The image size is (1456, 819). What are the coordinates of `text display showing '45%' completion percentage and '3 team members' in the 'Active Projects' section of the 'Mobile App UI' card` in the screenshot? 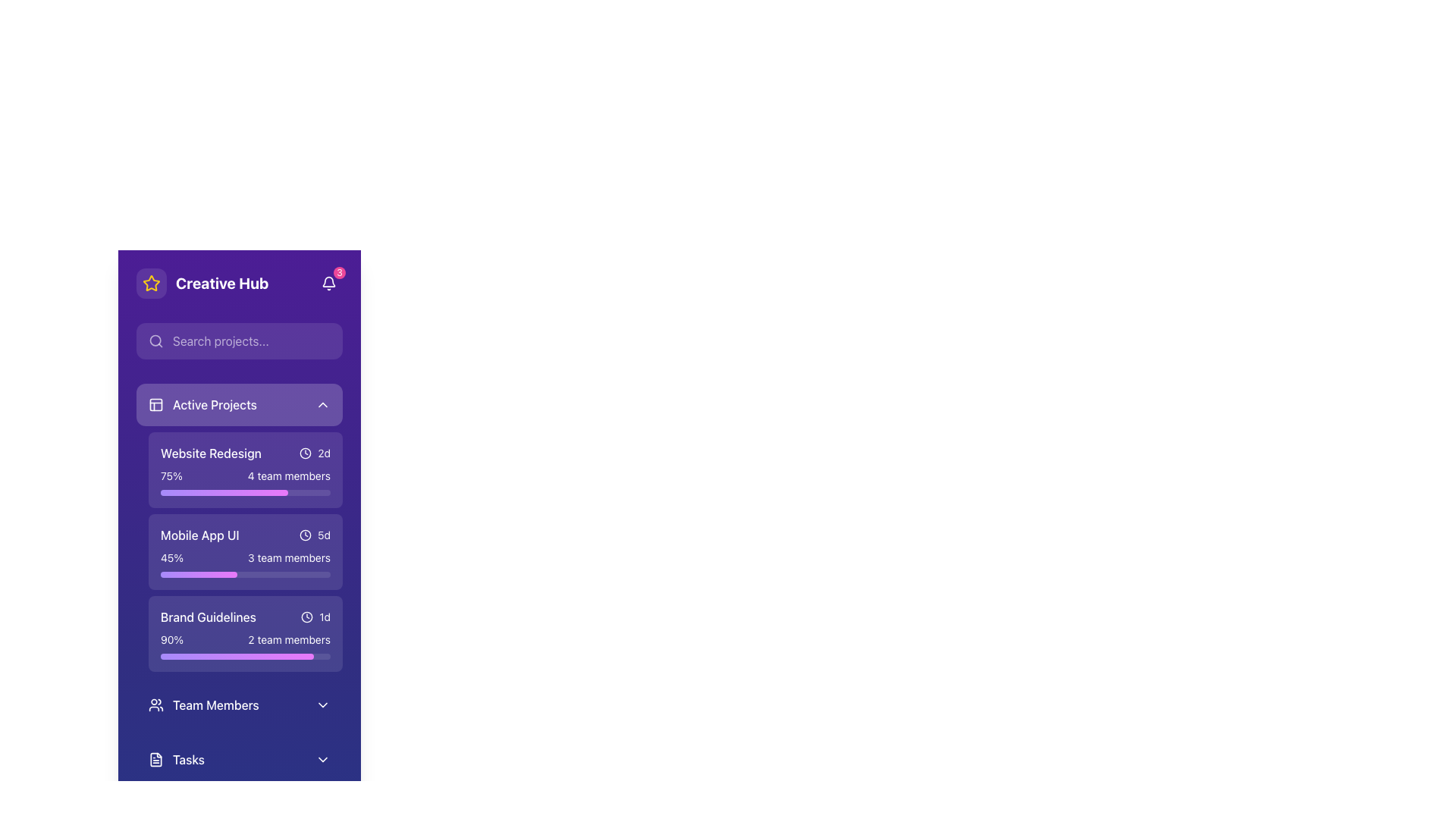 It's located at (246, 558).